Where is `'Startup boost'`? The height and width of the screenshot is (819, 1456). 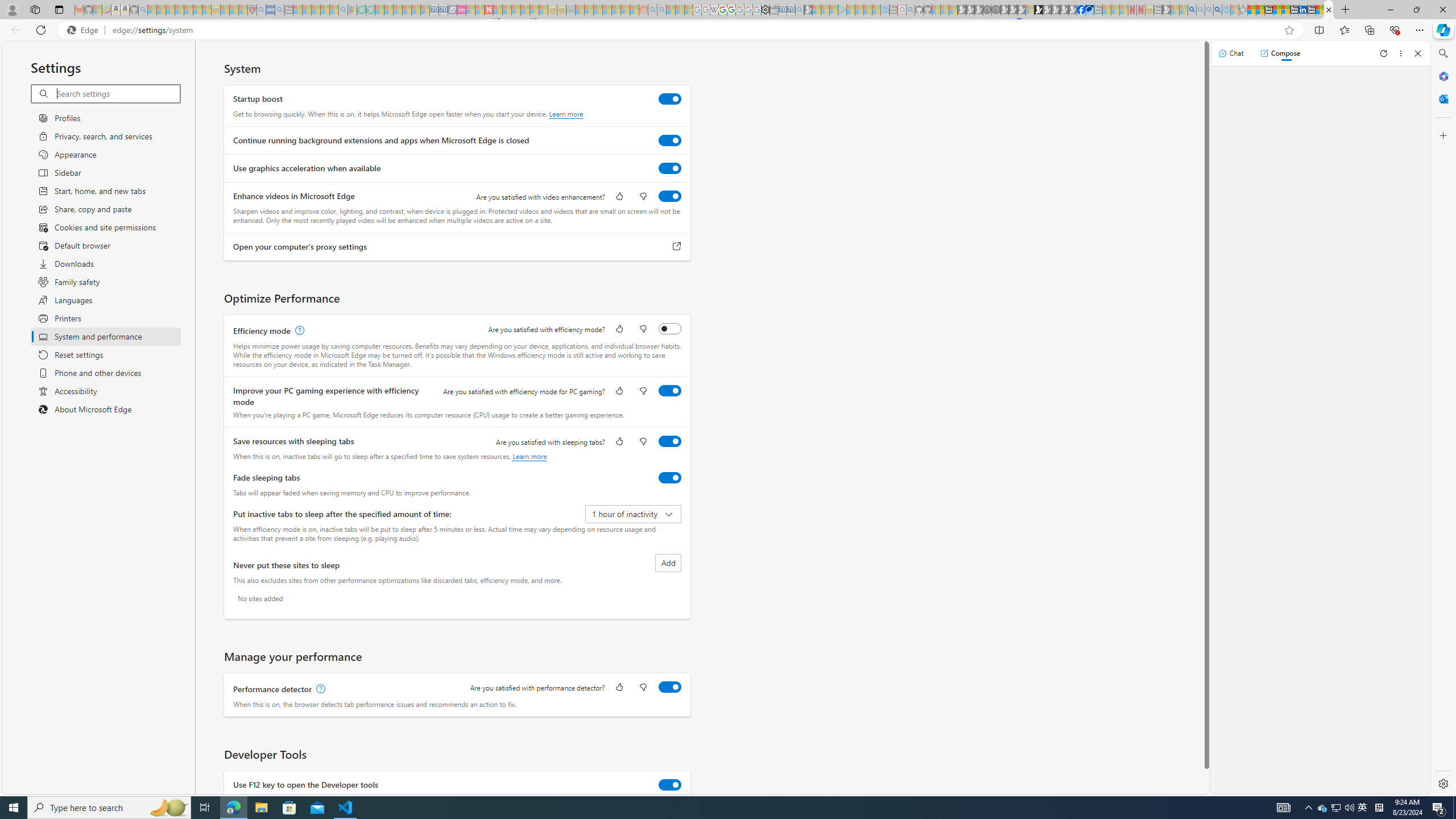
'Startup boost' is located at coordinates (669, 98).